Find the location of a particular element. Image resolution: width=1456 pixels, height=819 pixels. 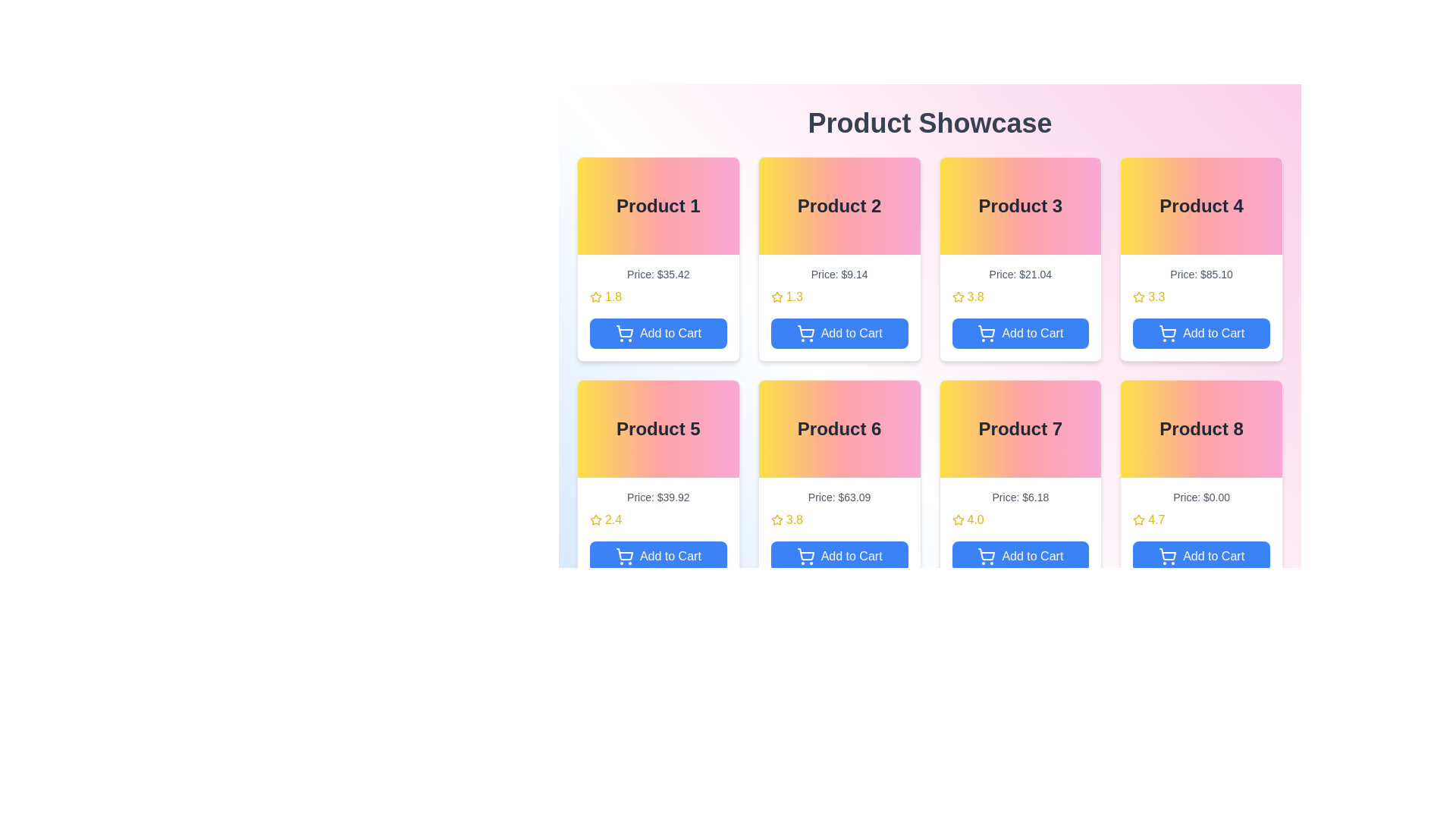

text content of the price label for 'Product 5', located in the product card on the second row, first column of a 4x2 product grid is located at coordinates (658, 497).